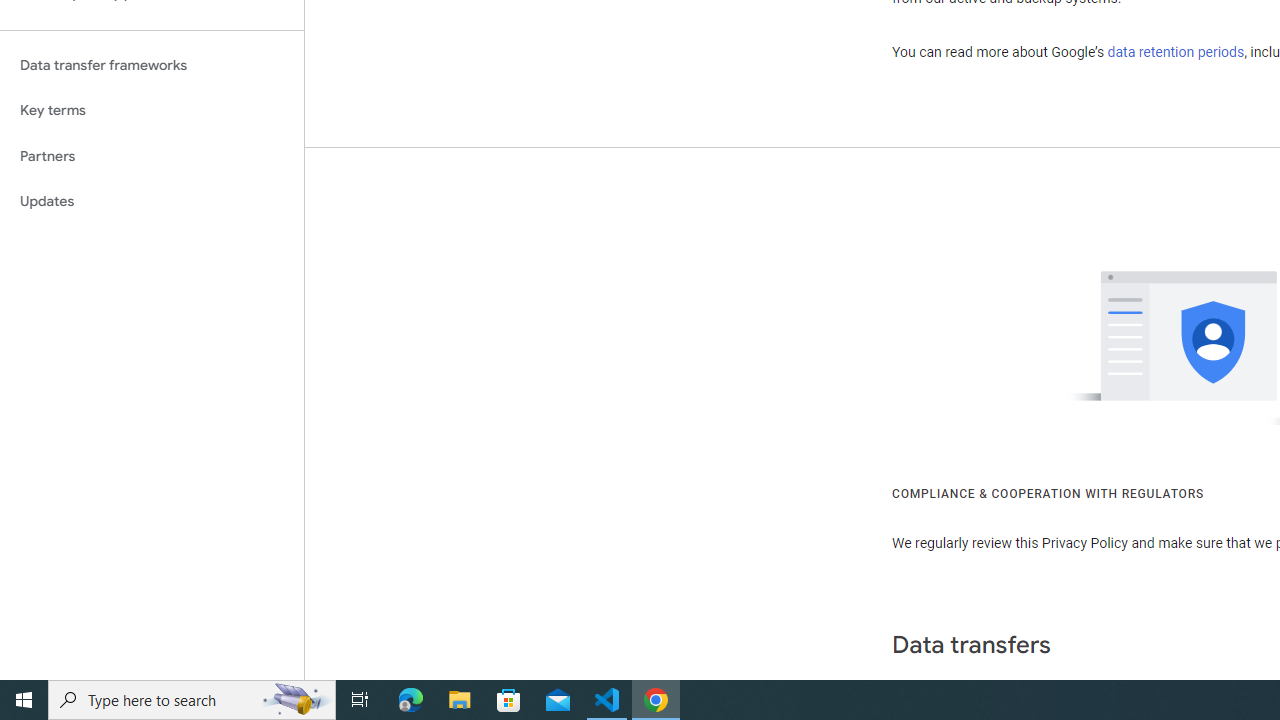 The image size is (1280, 720). I want to click on 'Partners', so click(151, 155).